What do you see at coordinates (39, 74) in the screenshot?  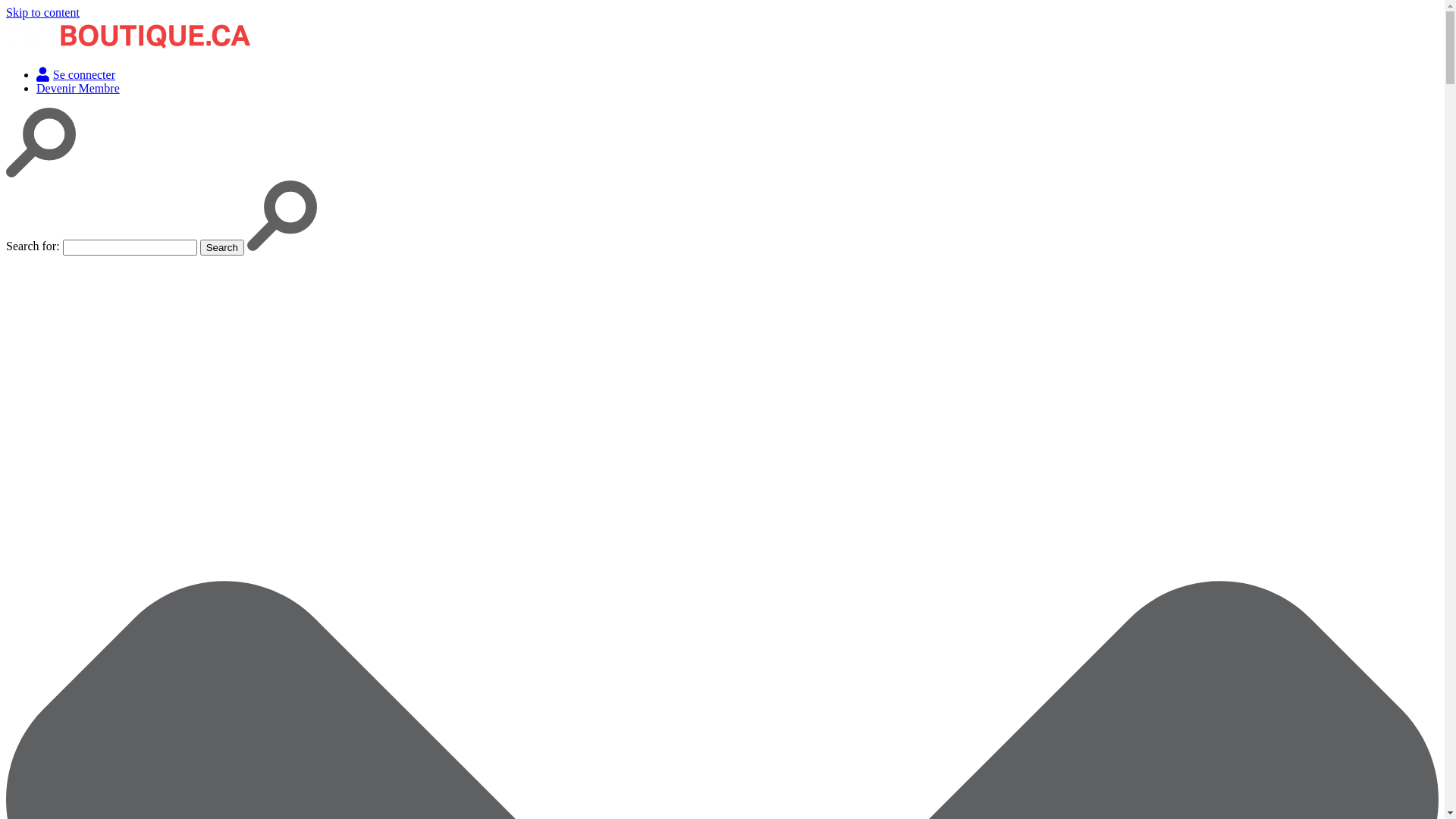 I see `'AN Boutique'` at bounding box center [39, 74].